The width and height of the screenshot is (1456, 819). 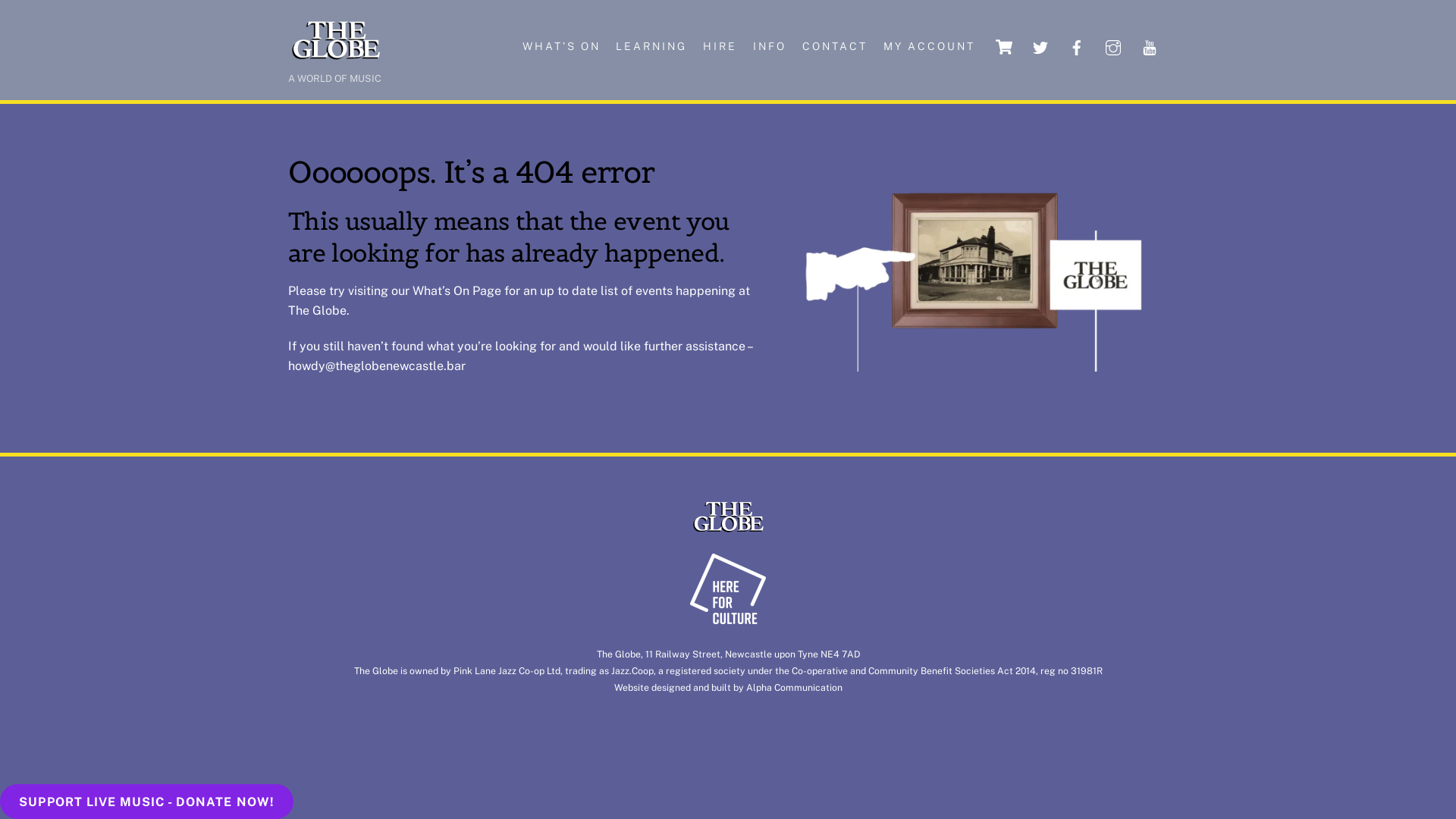 I want to click on 'Cart', so click(x=989, y=45).